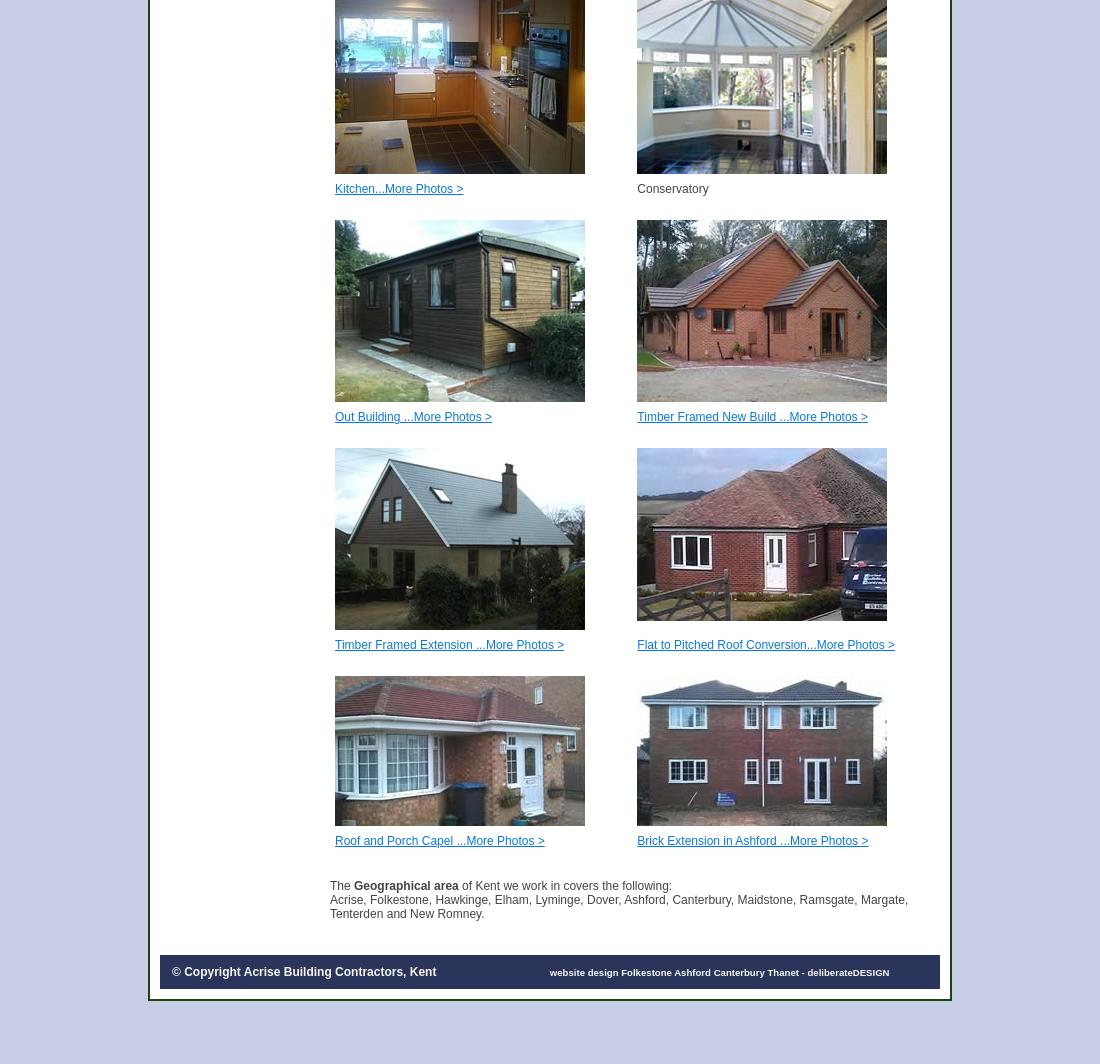 This screenshot has width=1100, height=1064. I want to click on 'Acrise, Folkestone, Hawkinge, Elham, Lyminge, Dover, Ashford, Canterbury, Maidstone,  Ramsgate, Margate, Tenterden and New Romney.', so click(329, 906).